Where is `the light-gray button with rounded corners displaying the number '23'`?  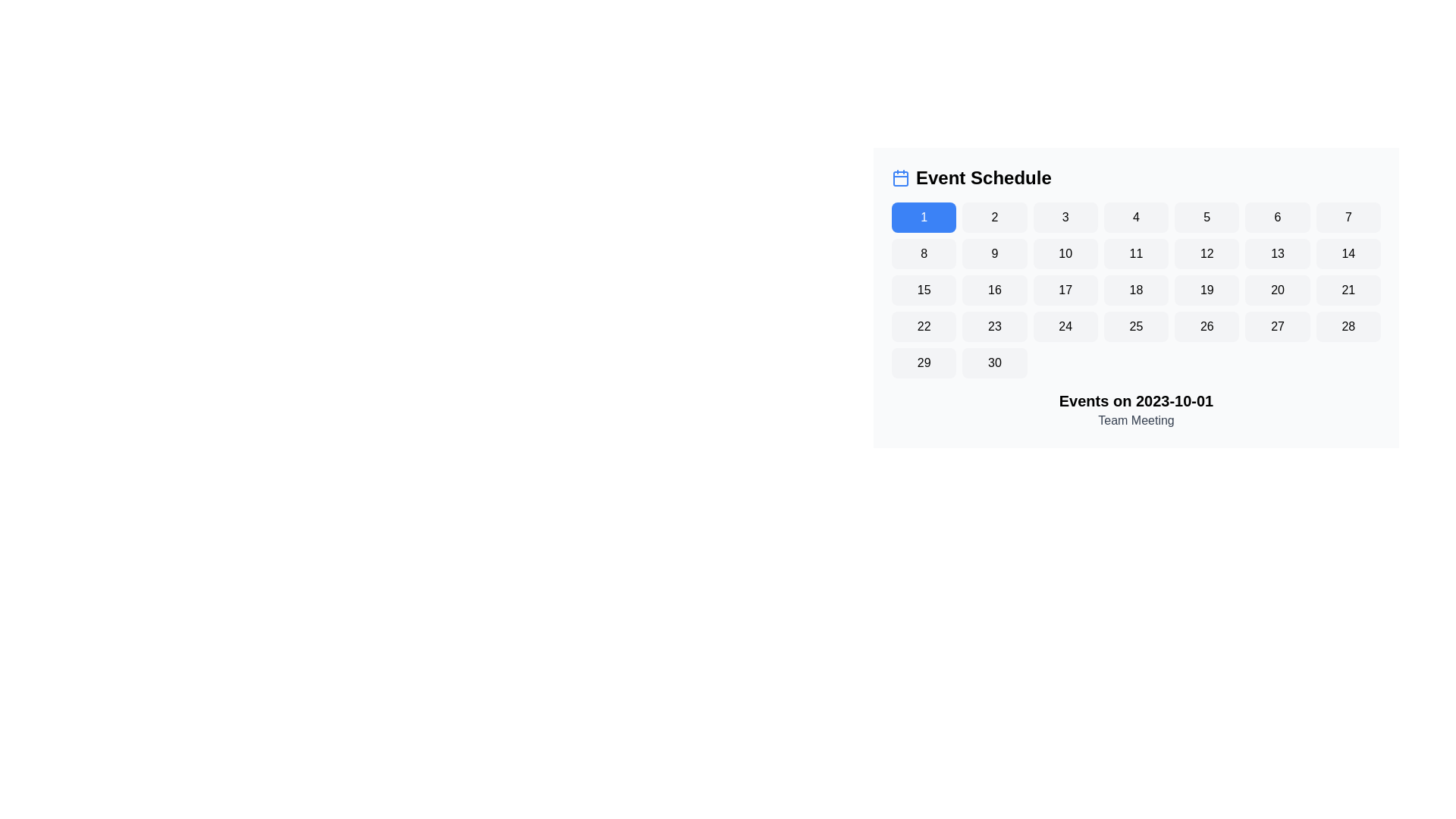
the light-gray button with rounded corners displaying the number '23' is located at coordinates (994, 326).